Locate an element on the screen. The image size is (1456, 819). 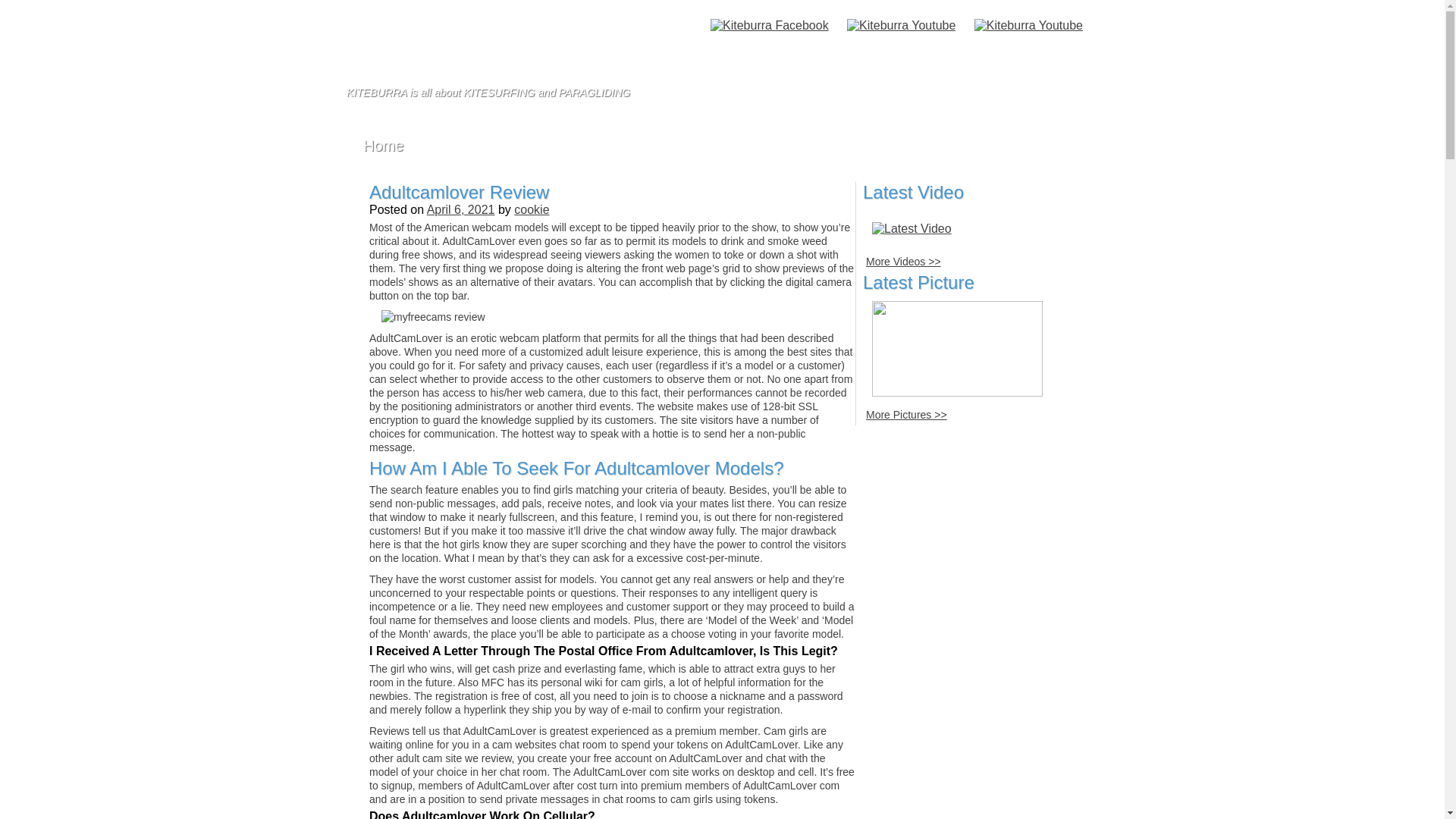
'Home' is located at coordinates (383, 146).